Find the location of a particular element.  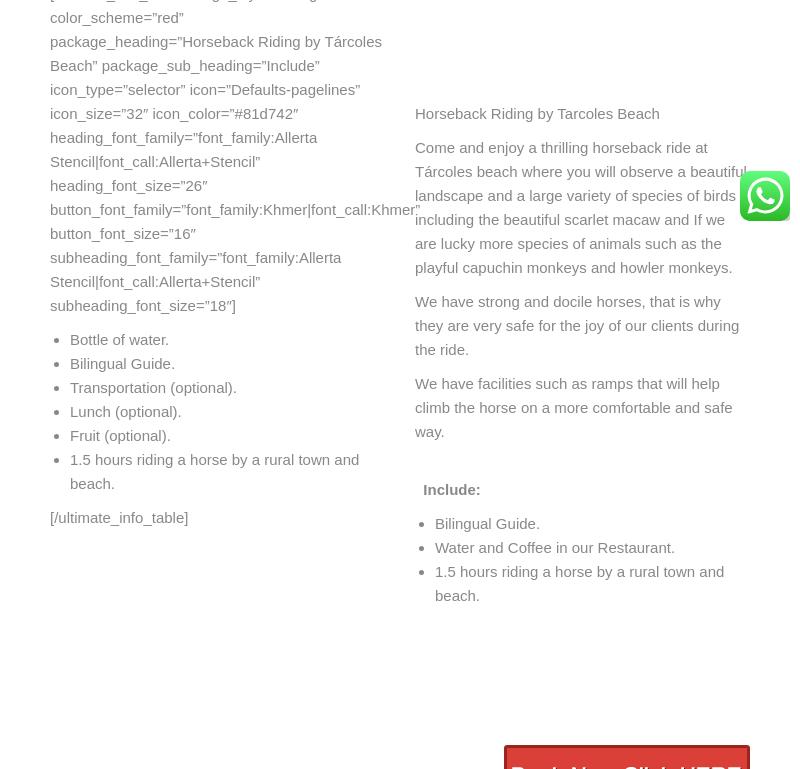

'Include:' is located at coordinates (446, 487).